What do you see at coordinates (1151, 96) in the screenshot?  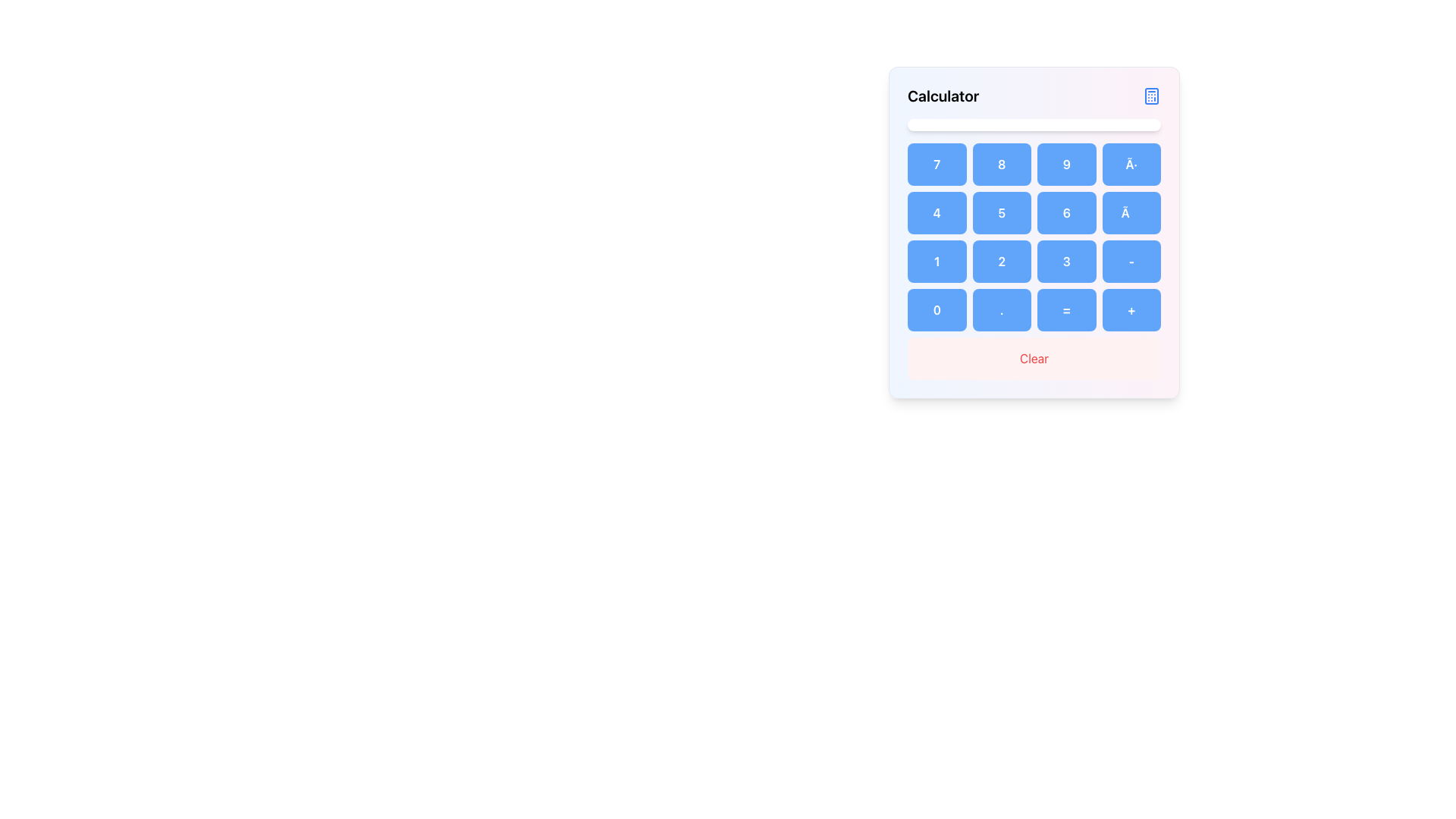 I see `the blue calculator icon located in the top right corner of the calculator interface header` at bounding box center [1151, 96].